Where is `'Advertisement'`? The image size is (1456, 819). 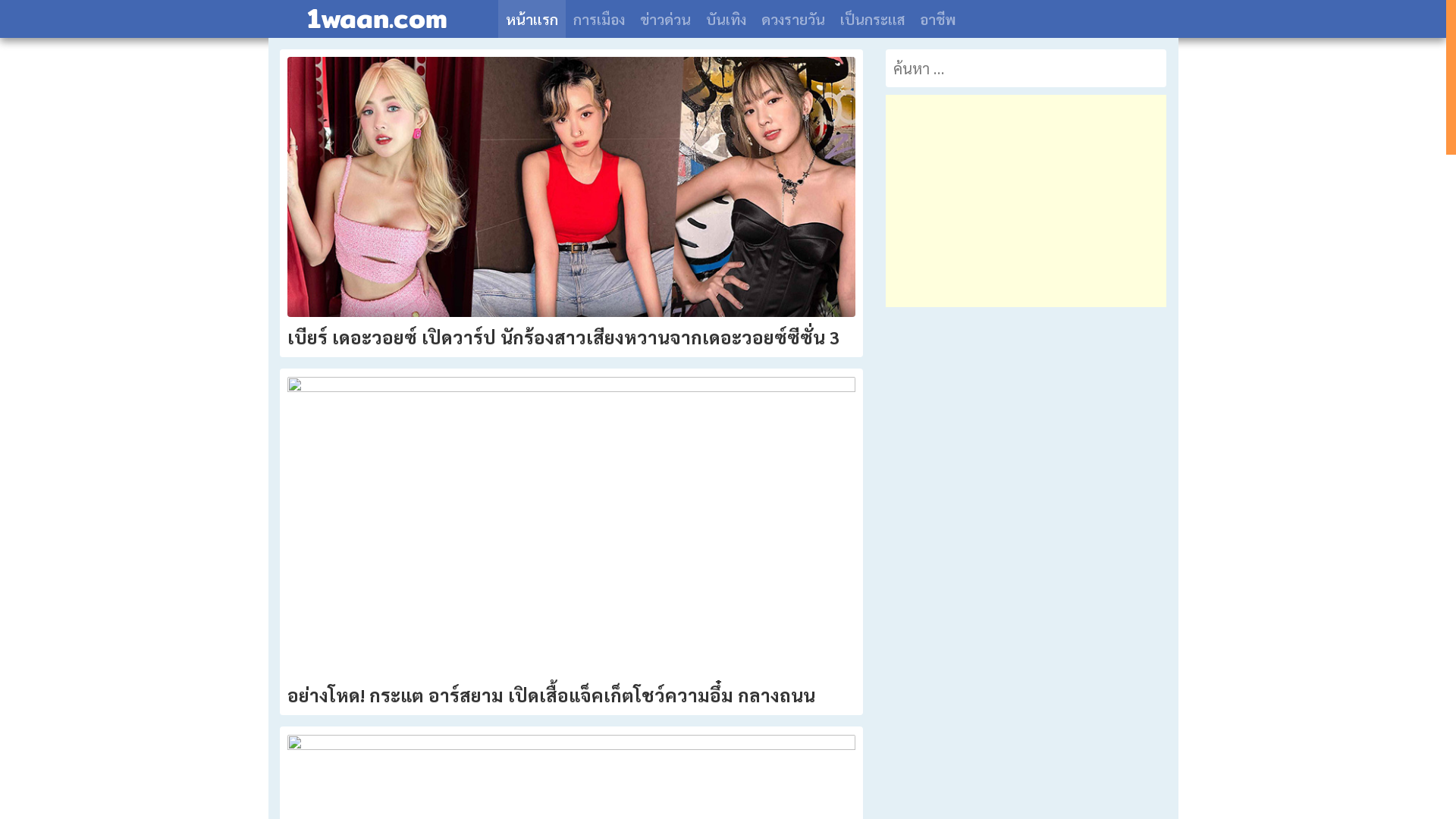
'Advertisement' is located at coordinates (1026, 200).